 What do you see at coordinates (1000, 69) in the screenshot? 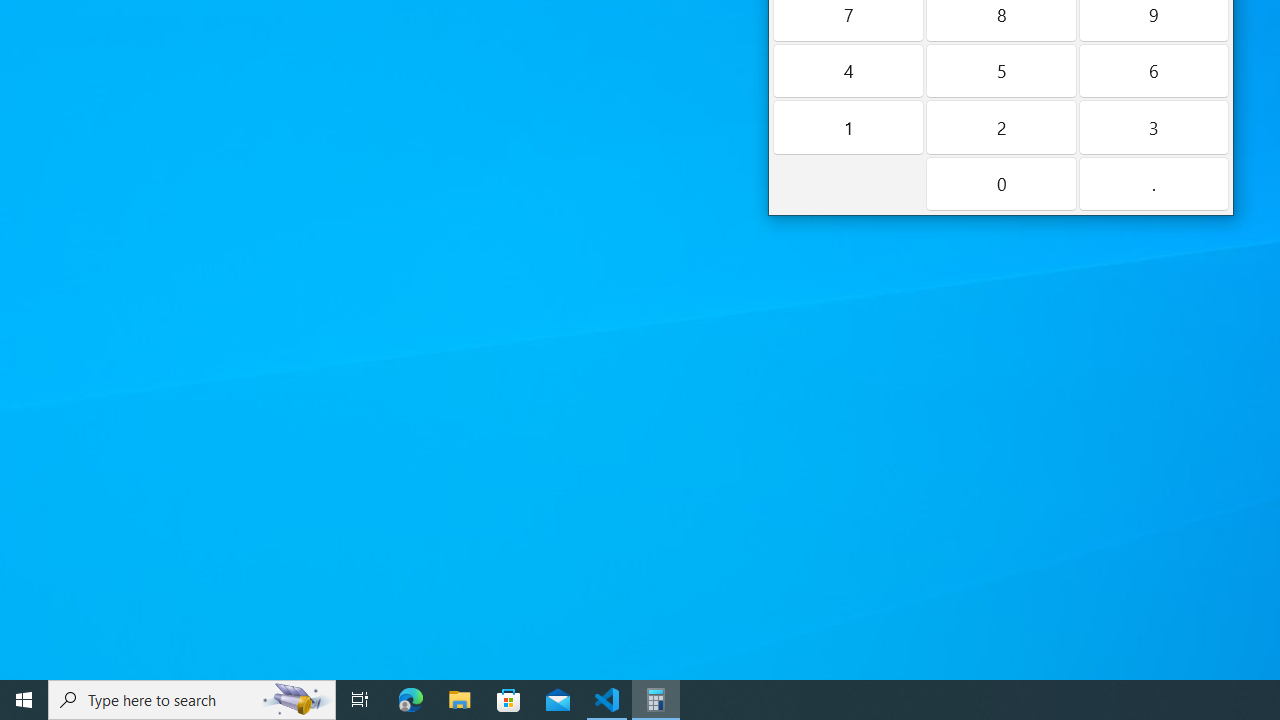
I see `'Five'` at bounding box center [1000, 69].